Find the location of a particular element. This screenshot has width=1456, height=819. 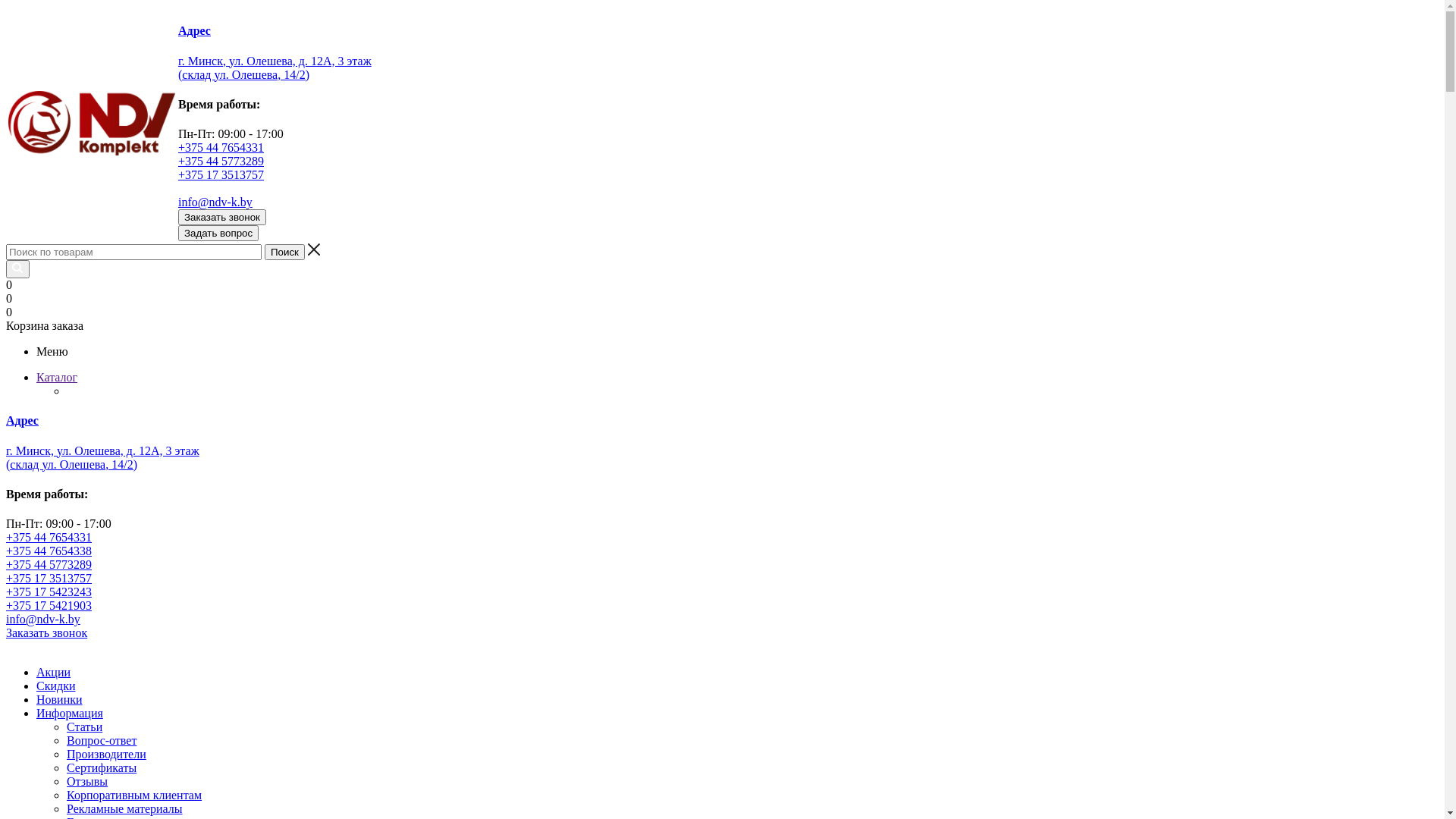

'+375 17 3513757' is located at coordinates (220, 174).